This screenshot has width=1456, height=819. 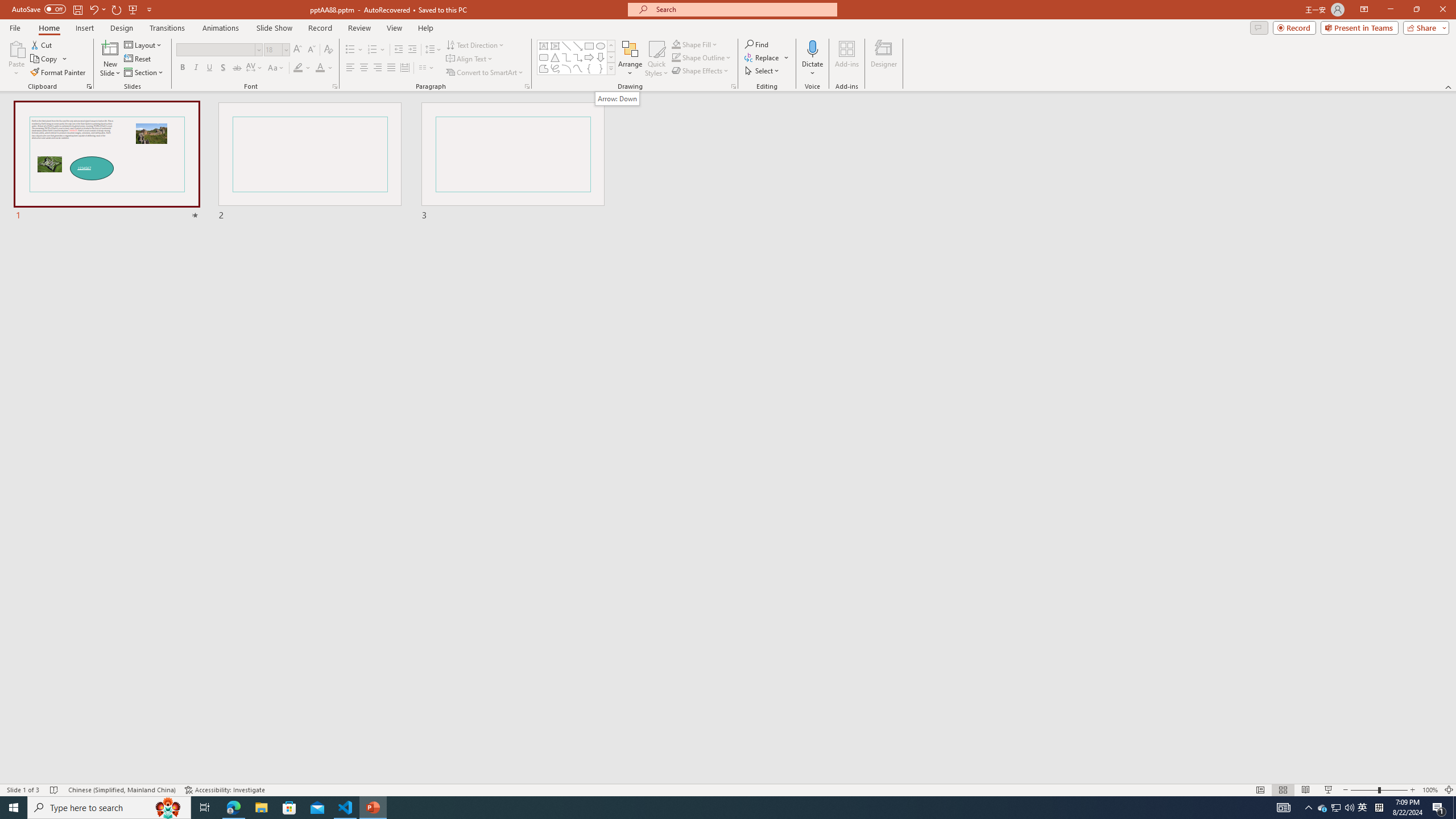 What do you see at coordinates (883, 59) in the screenshot?
I see `'Designer'` at bounding box center [883, 59].